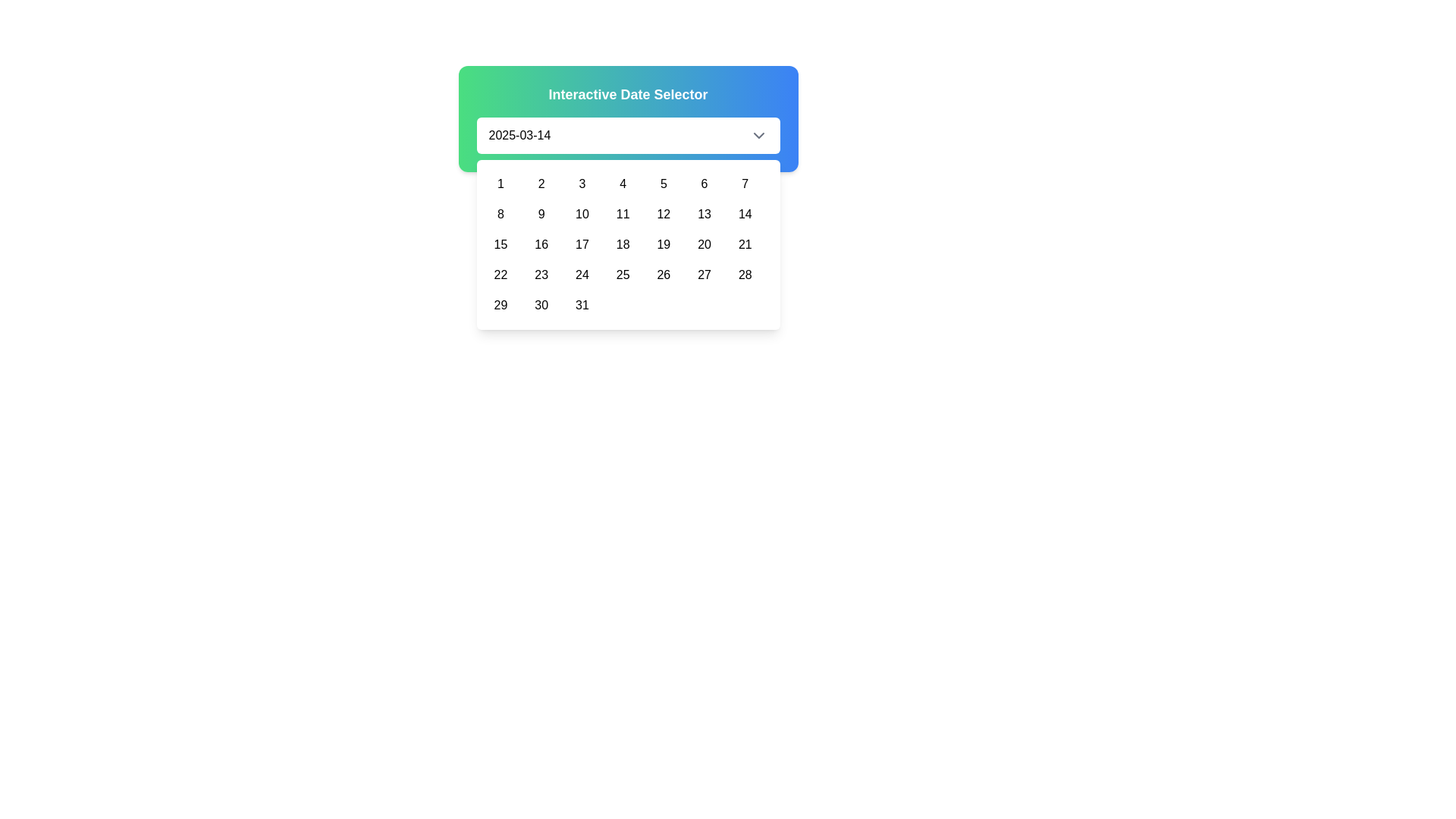  I want to click on the small square button with the number '31' centered within it, so click(582, 305).